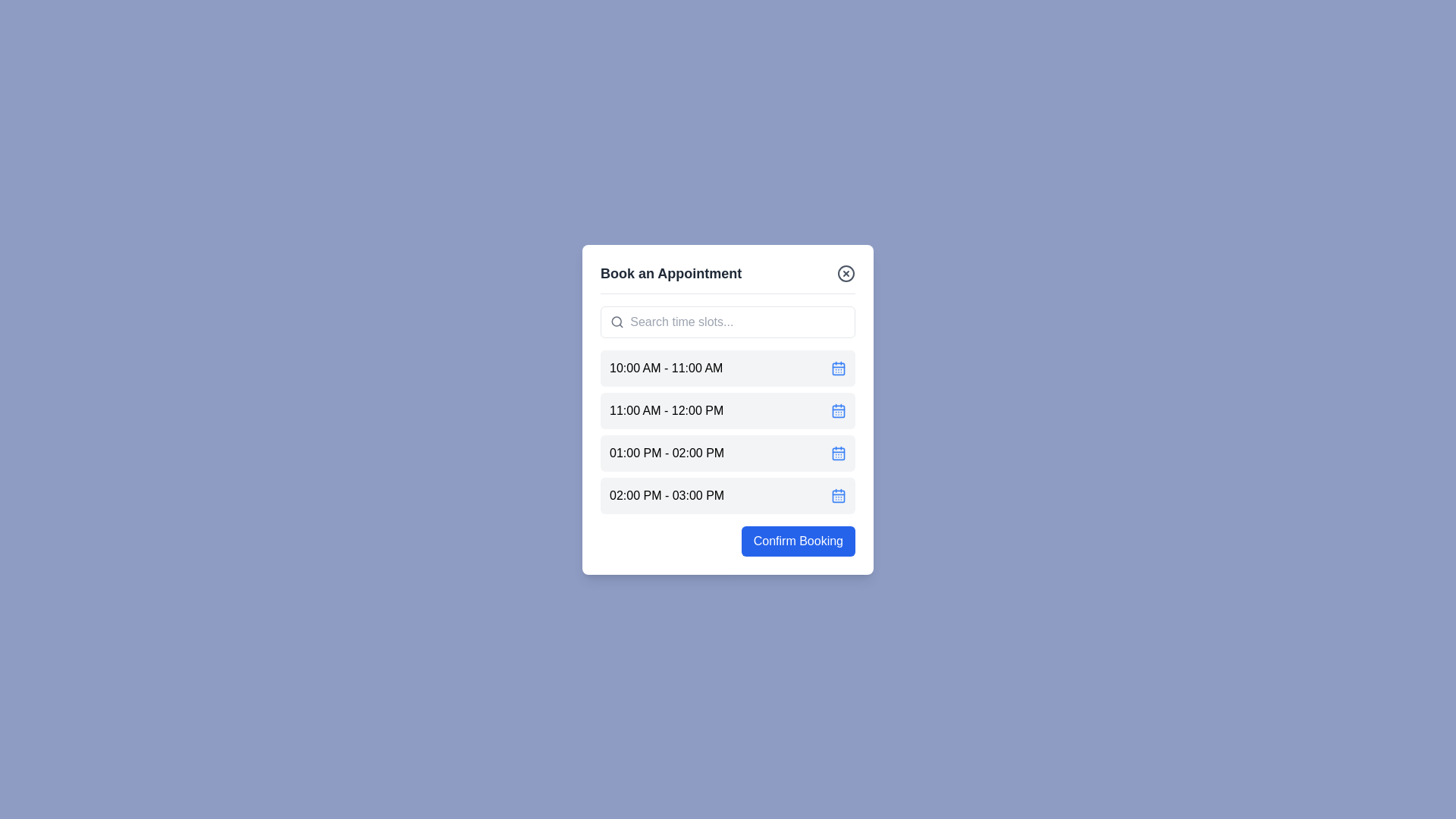 The image size is (1456, 819). What do you see at coordinates (728, 410) in the screenshot?
I see `the time slot labeled 11:00 AM - 12:00 PM` at bounding box center [728, 410].